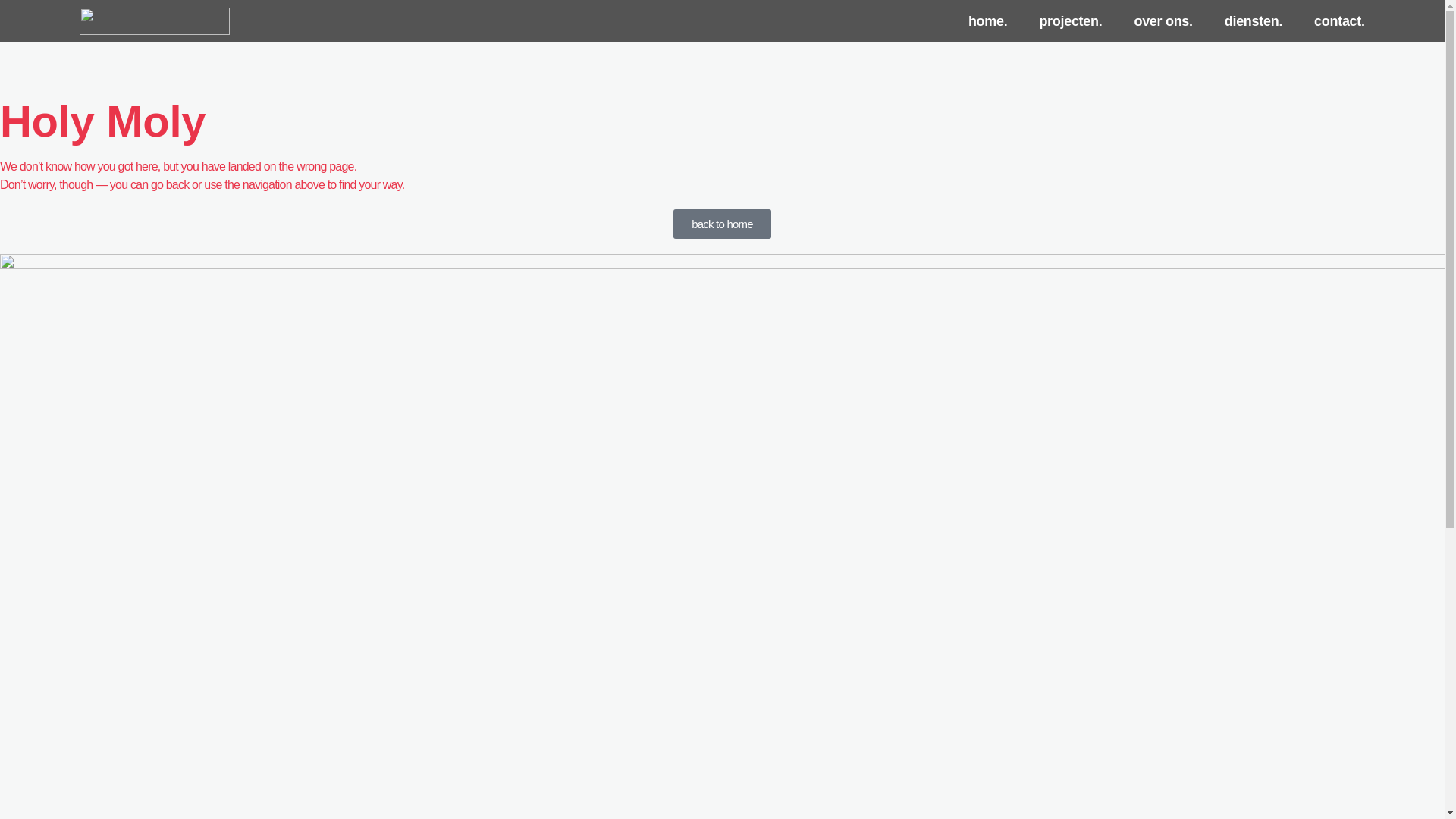  I want to click on 'home.', so click(987, 20).